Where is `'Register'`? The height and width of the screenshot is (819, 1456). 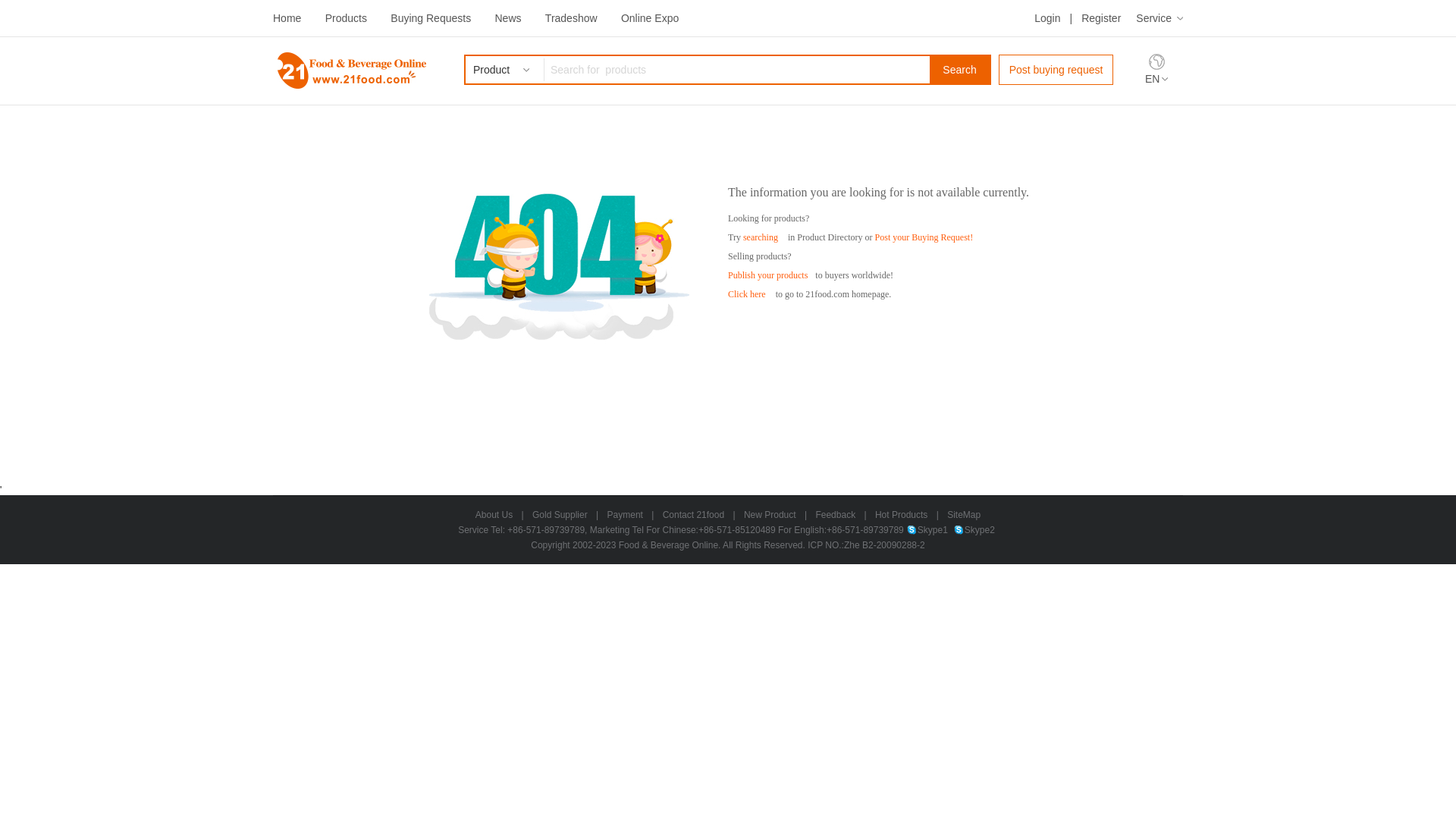
'Register' is located at coordinates (1100, 17).